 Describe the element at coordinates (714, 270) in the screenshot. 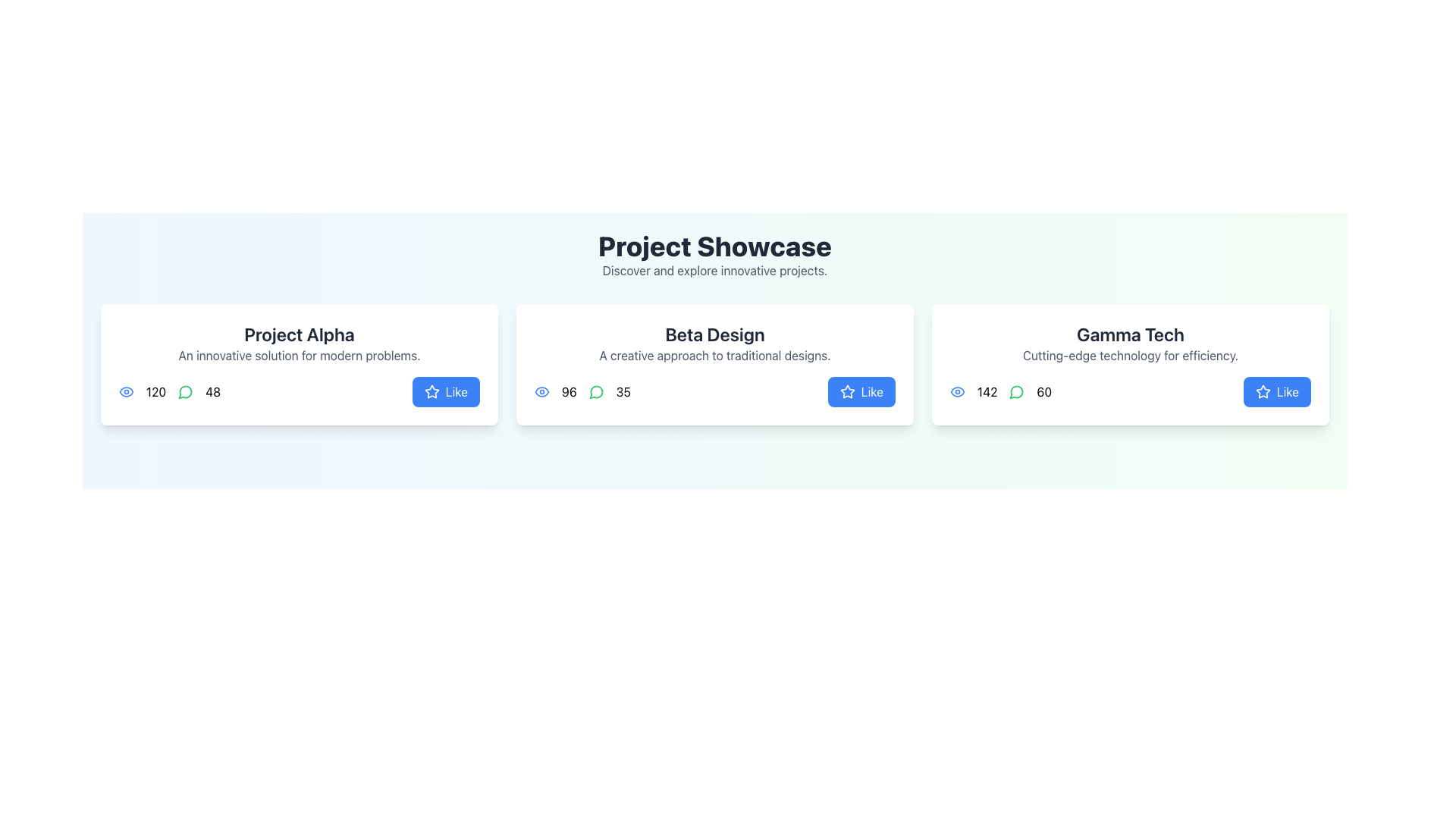

I see `the static text displaying 'Discover and explore innovative projects.' which is located beneath the 'Project Showcase' heading` at that location.